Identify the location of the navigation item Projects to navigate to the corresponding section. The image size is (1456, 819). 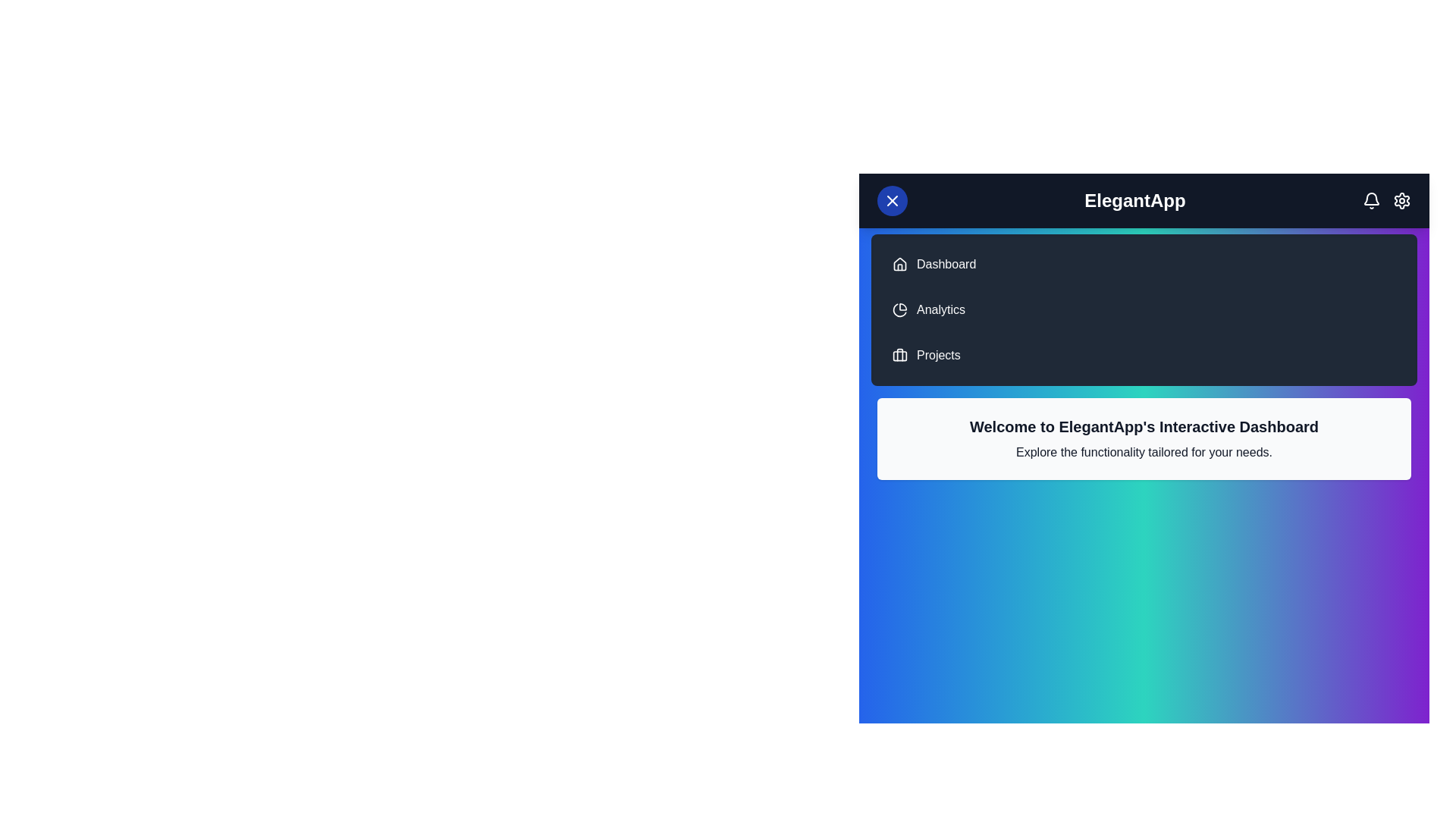
(937, 356).